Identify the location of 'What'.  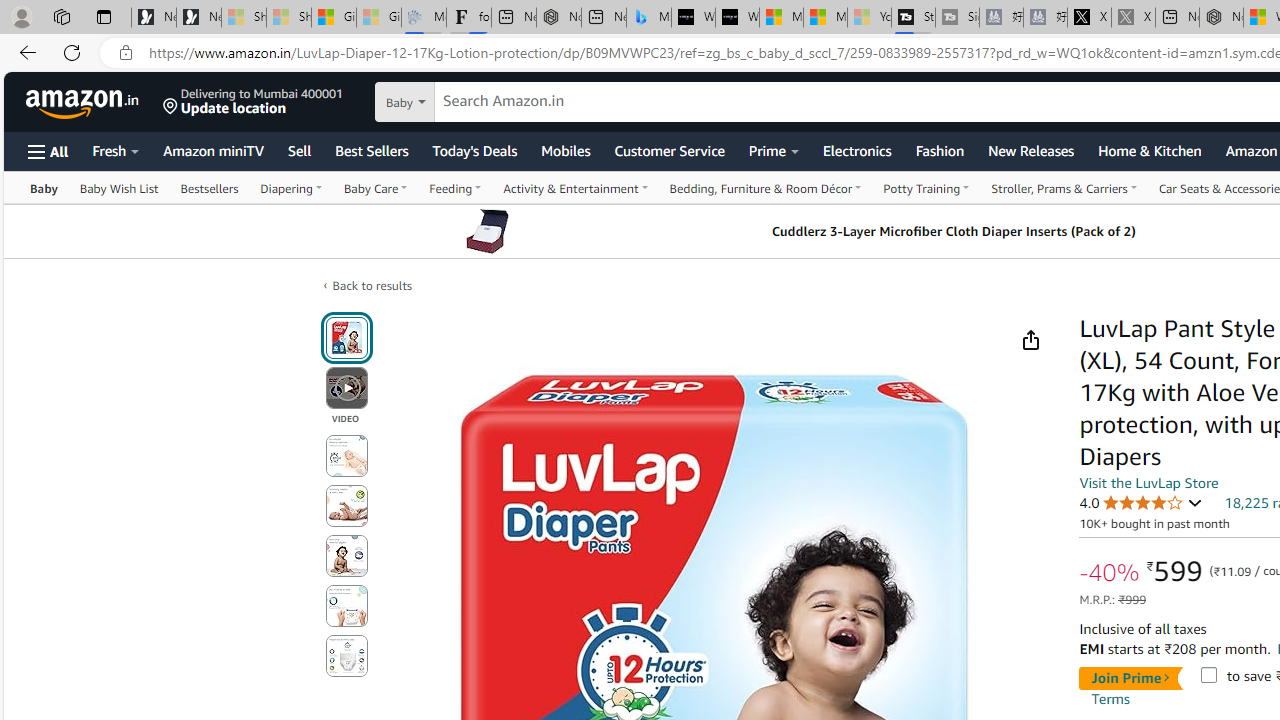
(736, 17).